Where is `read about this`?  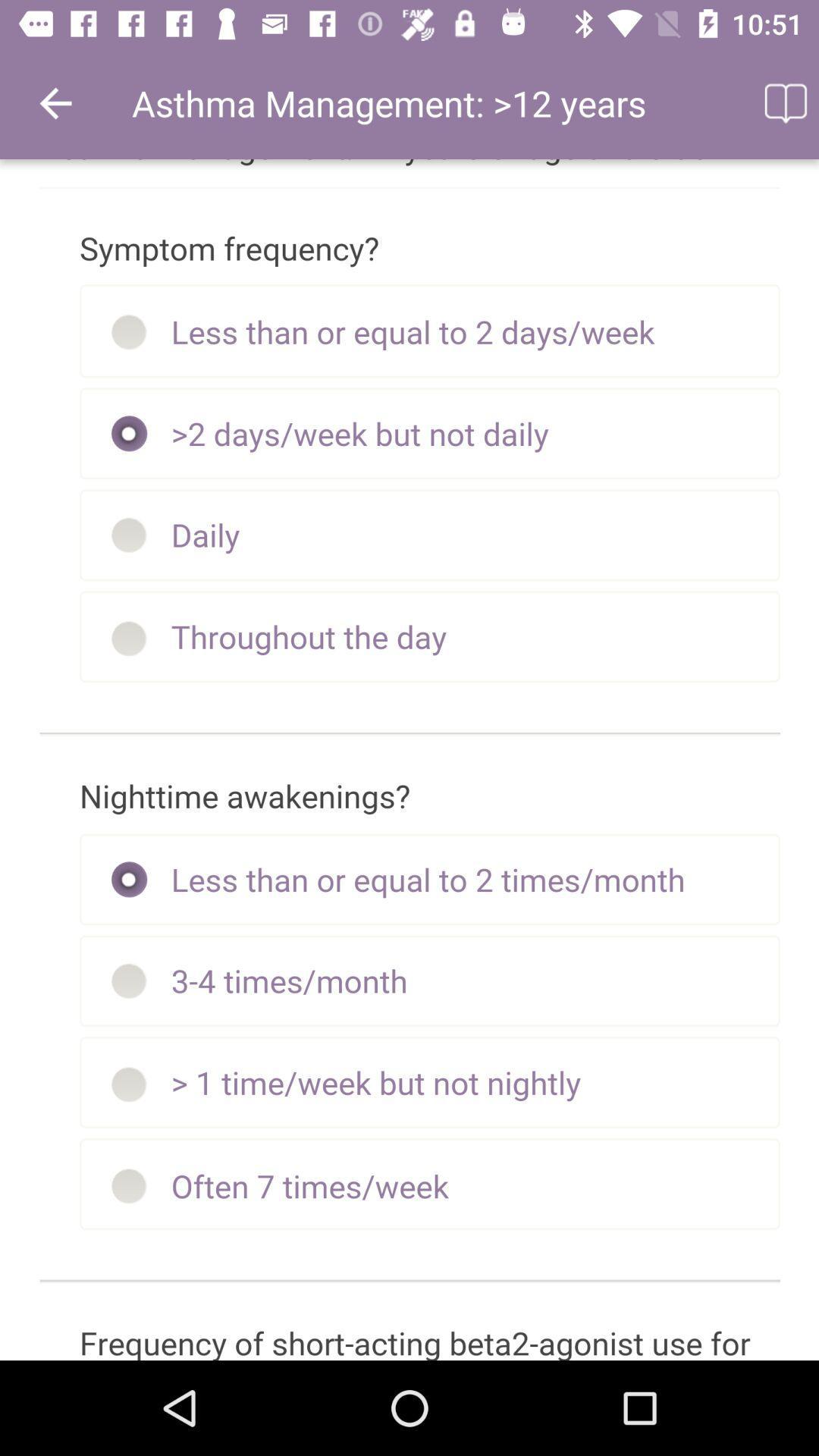 read about this is located at coordinates (784, 102).